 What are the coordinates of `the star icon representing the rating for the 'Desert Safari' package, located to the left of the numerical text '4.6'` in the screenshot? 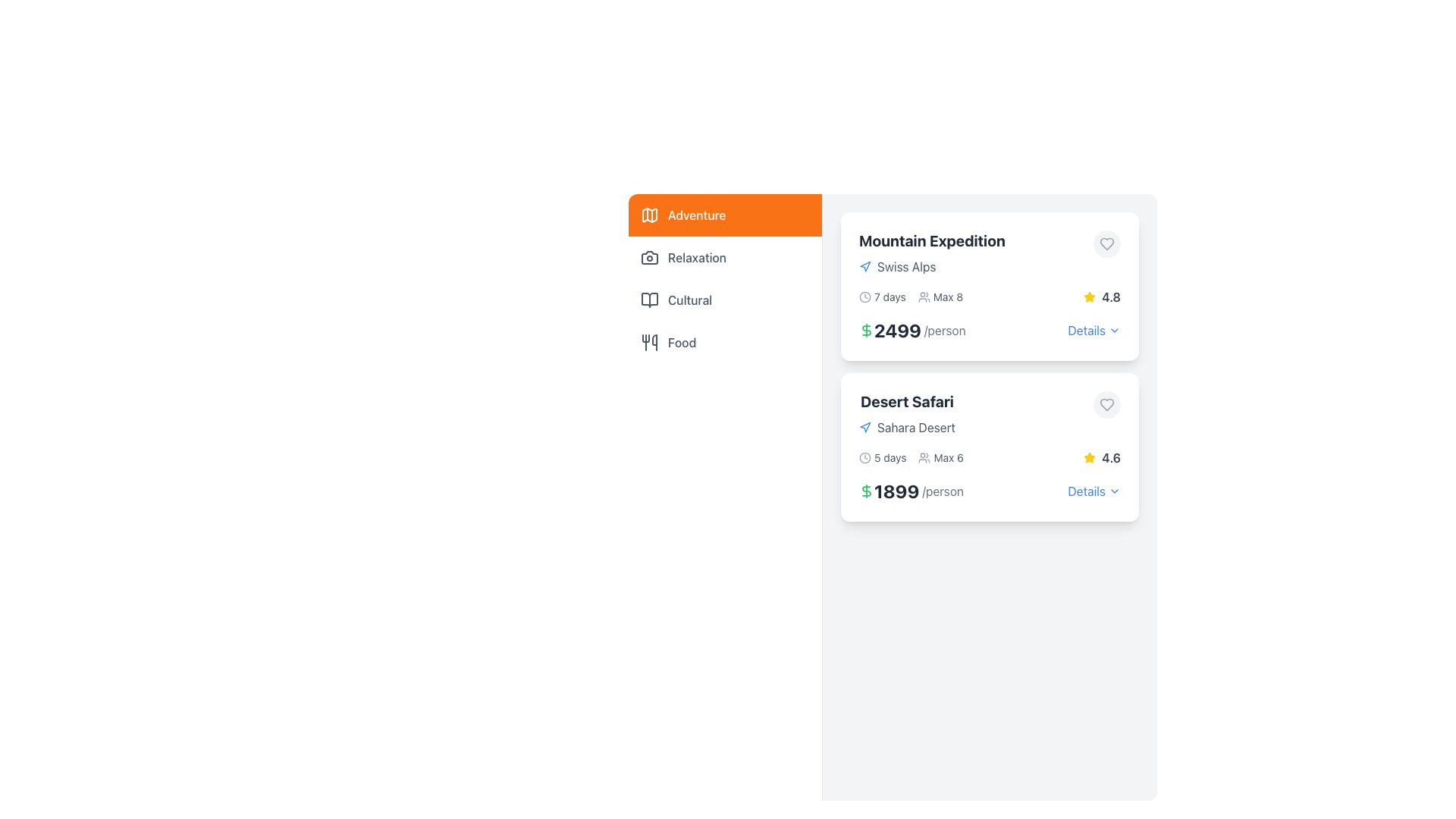 It's located at (1089, 457).